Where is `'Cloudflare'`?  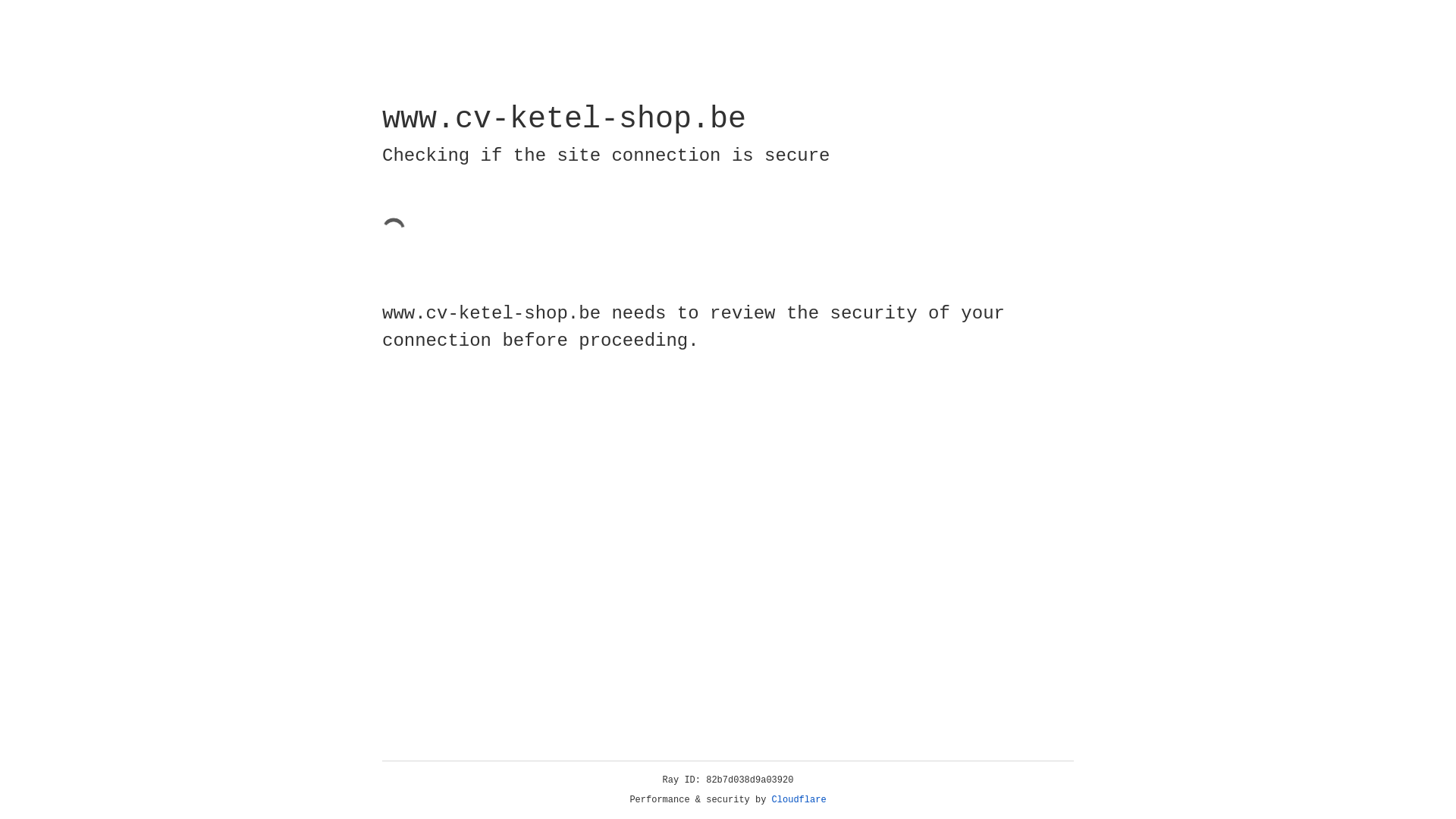 'Cloudflare' is located at coordinates (799, 799).